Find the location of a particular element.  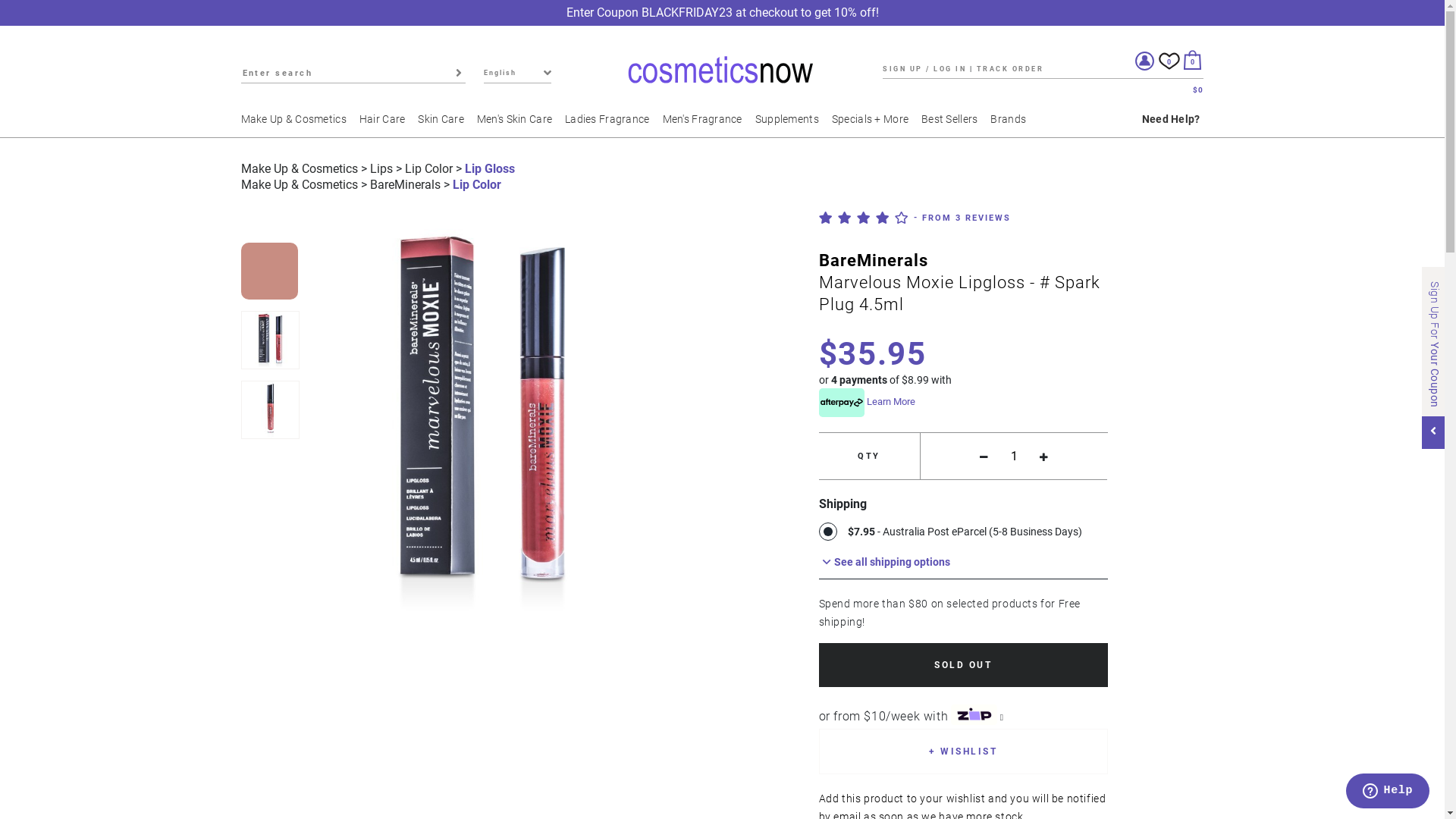

'Specials + More' is located at coordinates (874, 124).